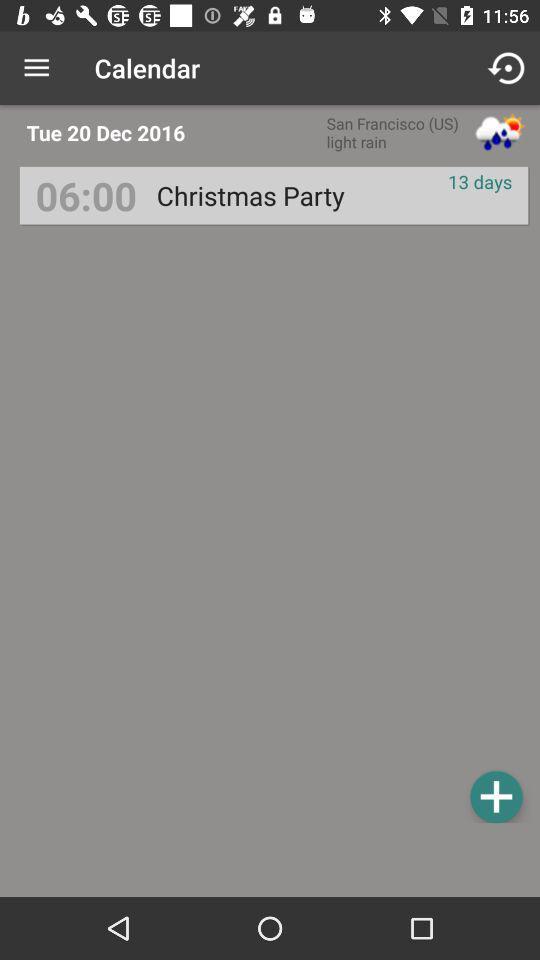 The height and width of the screenshot is (960, 540). What do you see at coordinates (250, 195) in the screenshot?
I see `item to the right of 06:00 item` at bounding box center [250, 195].